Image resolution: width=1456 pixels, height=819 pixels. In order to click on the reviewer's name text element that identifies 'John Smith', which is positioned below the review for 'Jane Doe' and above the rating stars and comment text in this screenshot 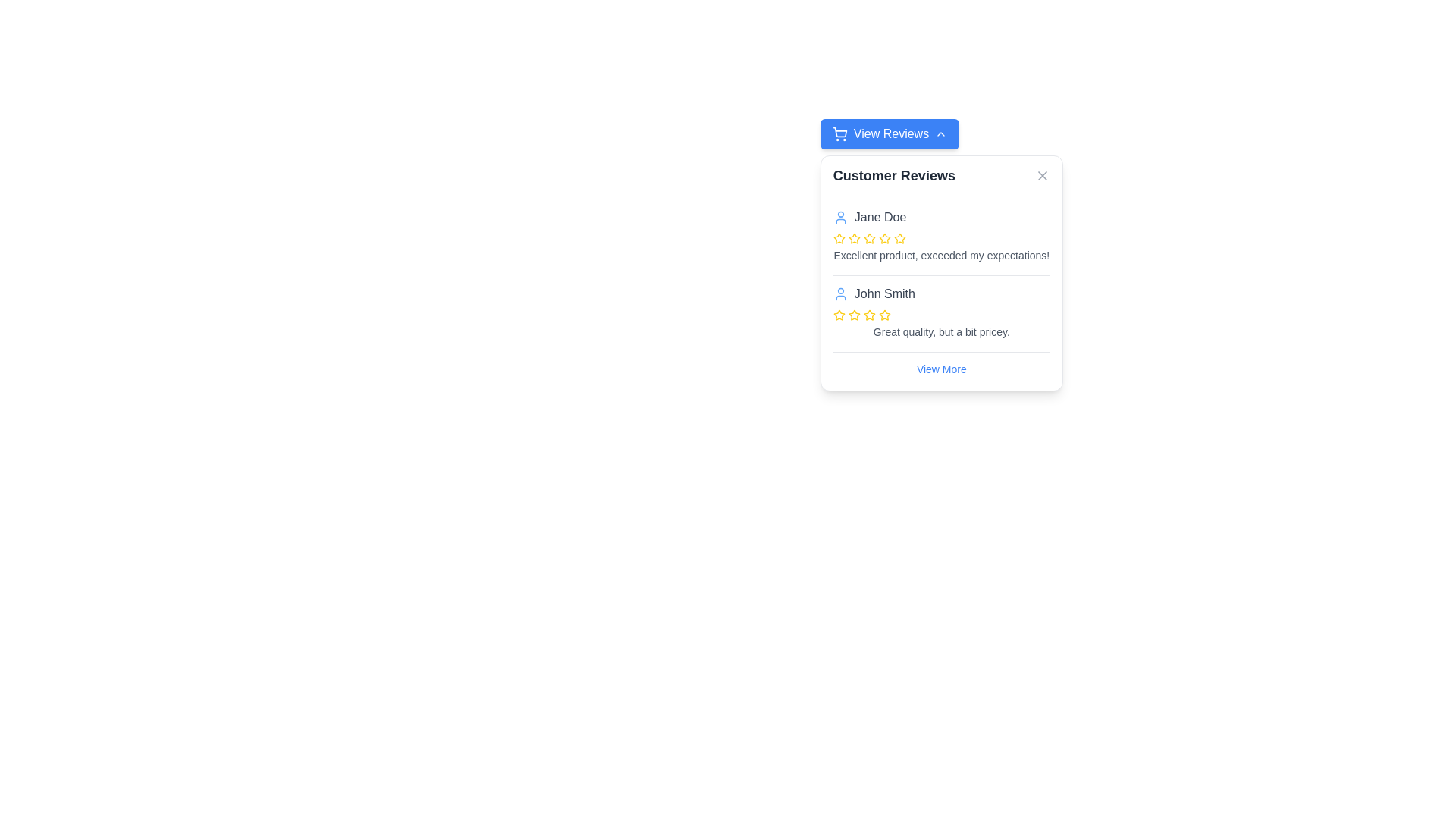, I will do `click(884, 294)`.